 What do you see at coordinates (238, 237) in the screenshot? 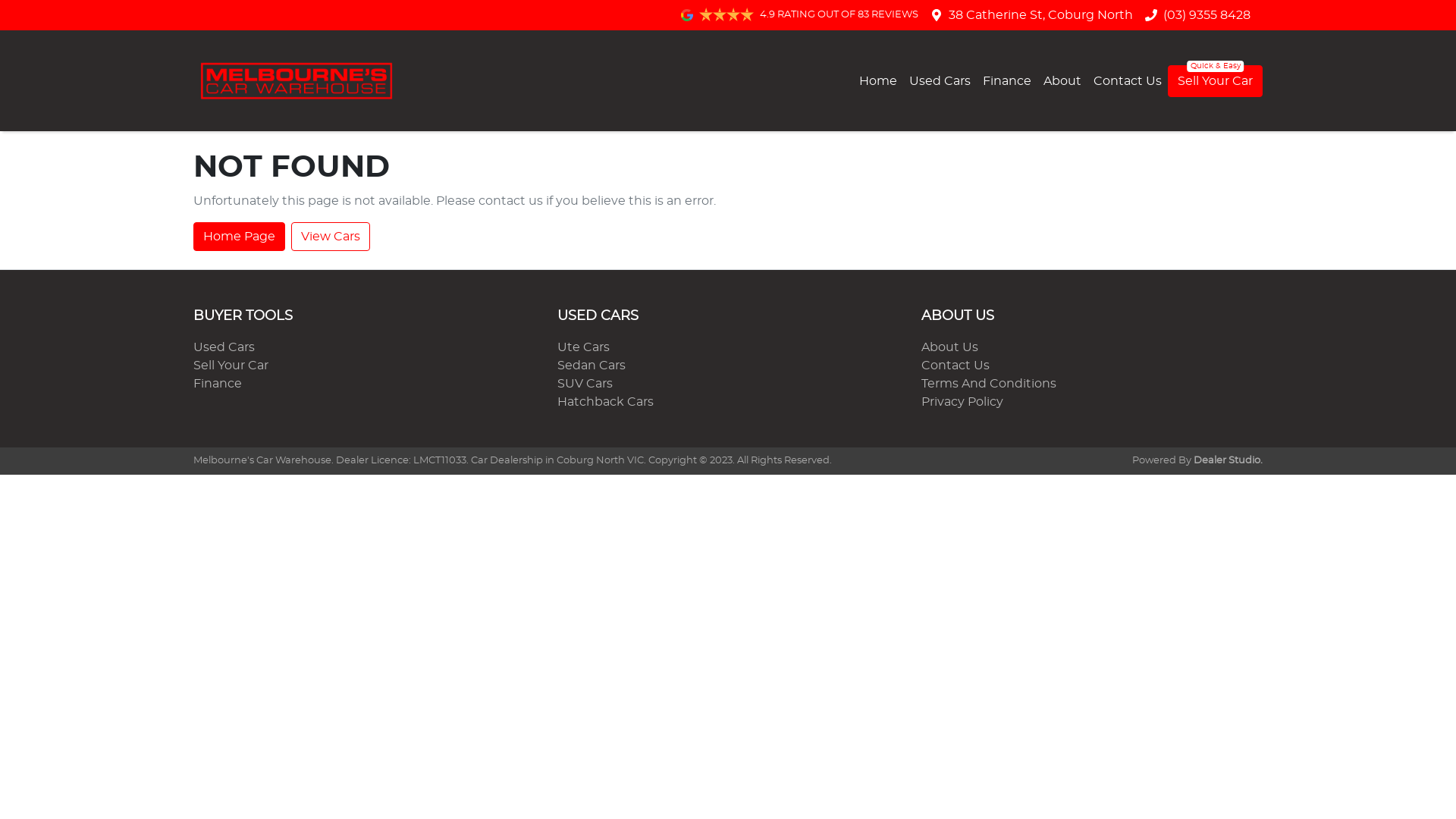
I see `'Home Page'` at bounding box center [238, 237].